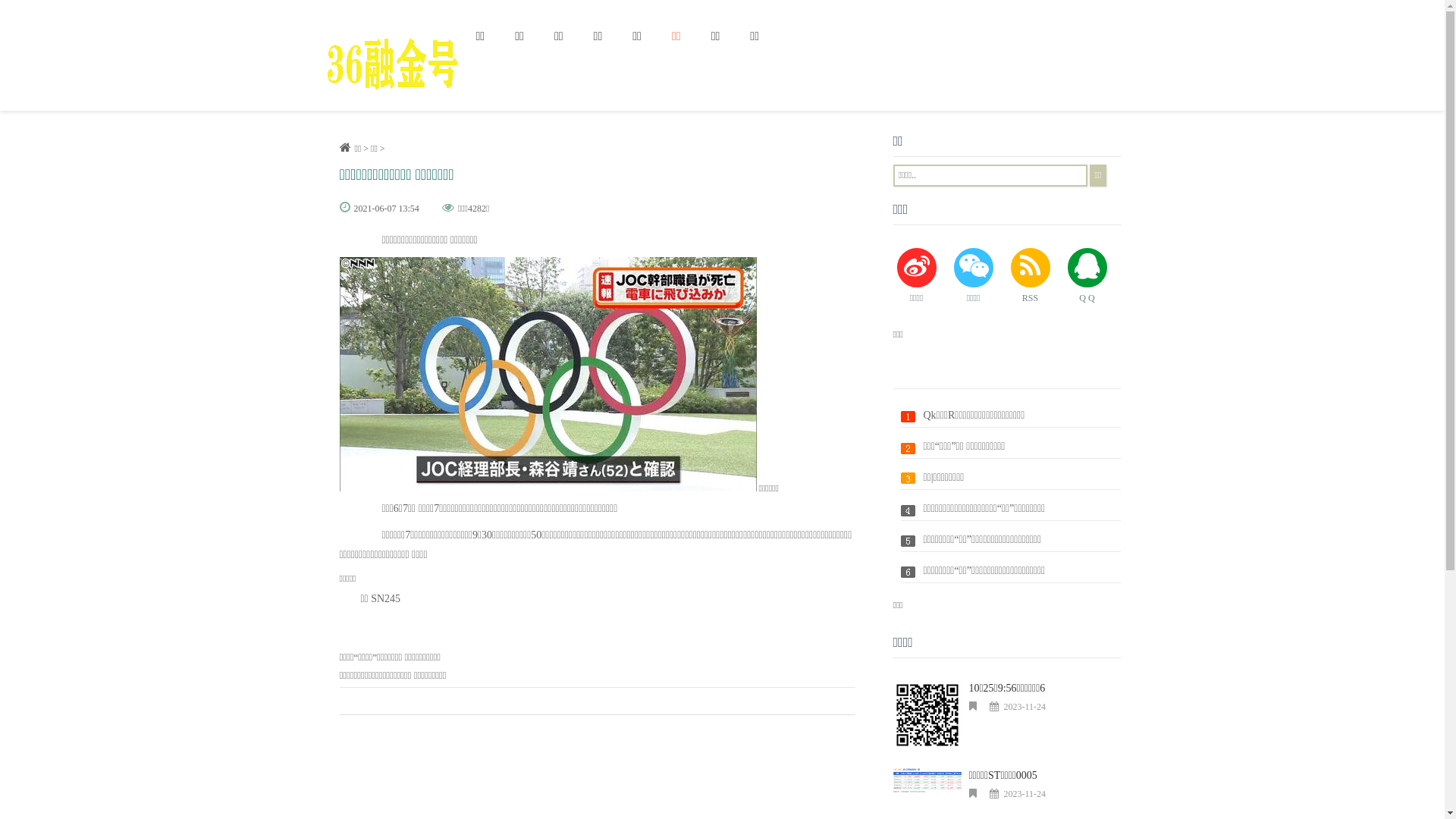 The width and height of the screenshot is (1456, 819). What do you see at coordinates (1030, 276) in the screenshot?
I see `'RSS'` at bounding box center [1030, 276].